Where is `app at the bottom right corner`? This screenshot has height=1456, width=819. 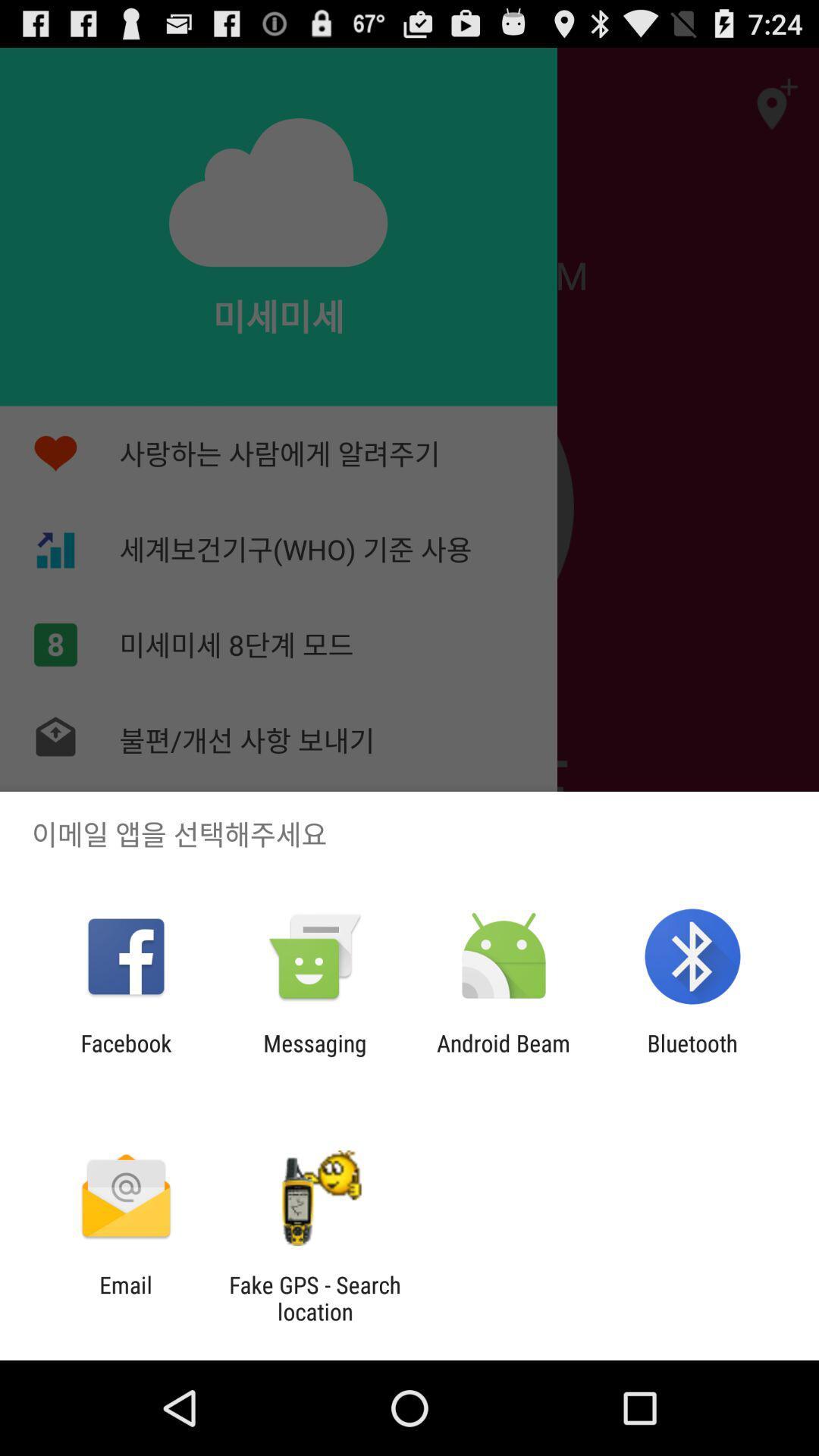 app at the bottom right corner is located at coordinates (692, 1056).